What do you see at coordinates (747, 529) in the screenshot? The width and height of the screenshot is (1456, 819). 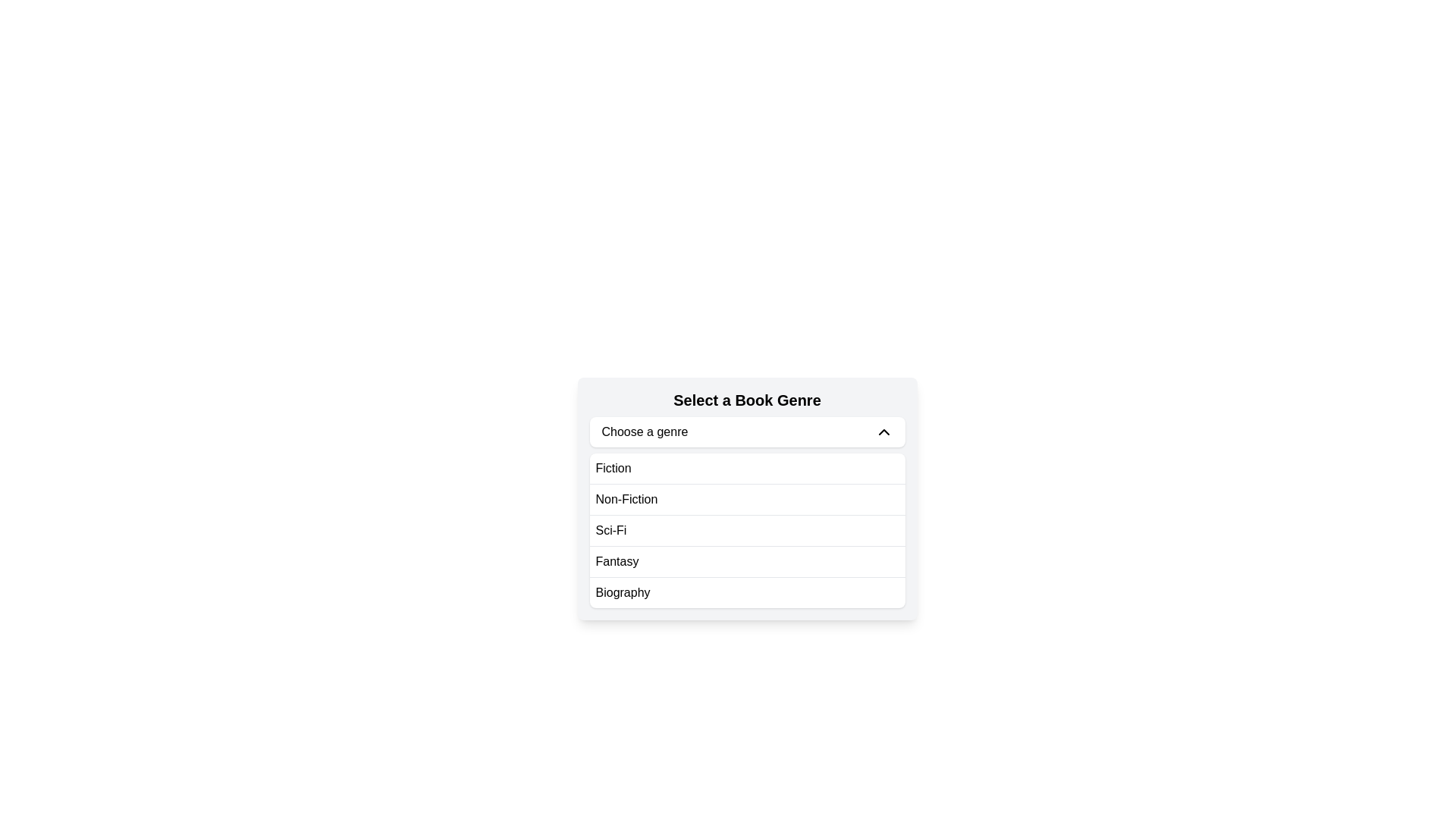 I see `the dropdown menu for selecting a book genre, which has a white background and rounded corners, located in the modal titled 'Select a Book Genre'` at bounding box center [747, 529].